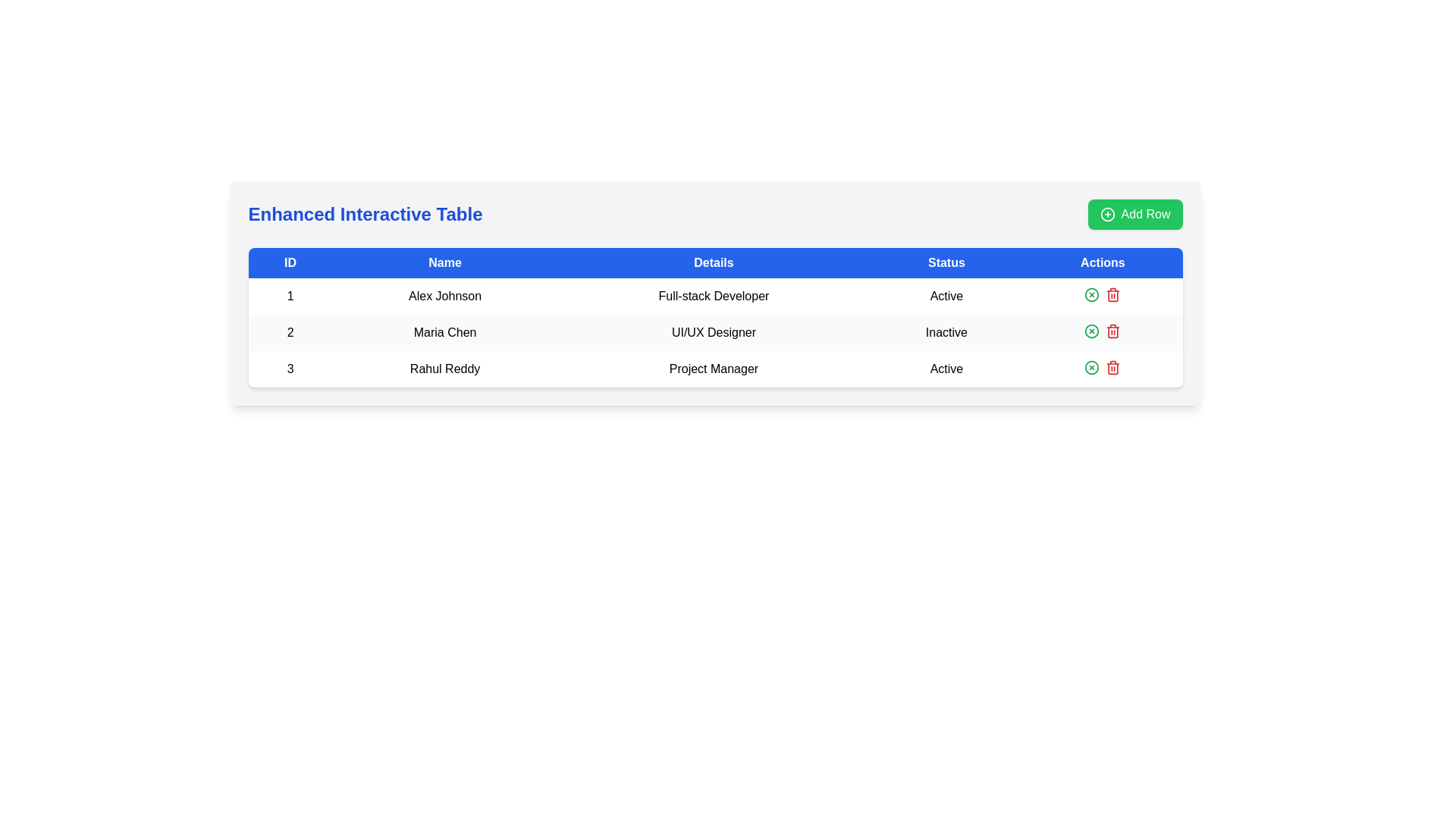 The width and height of the screenshot is (1456, 819). I want to click on the table cell that serves as an identifier for the entry in the first row under the 'ID' header, so click(290, 296).